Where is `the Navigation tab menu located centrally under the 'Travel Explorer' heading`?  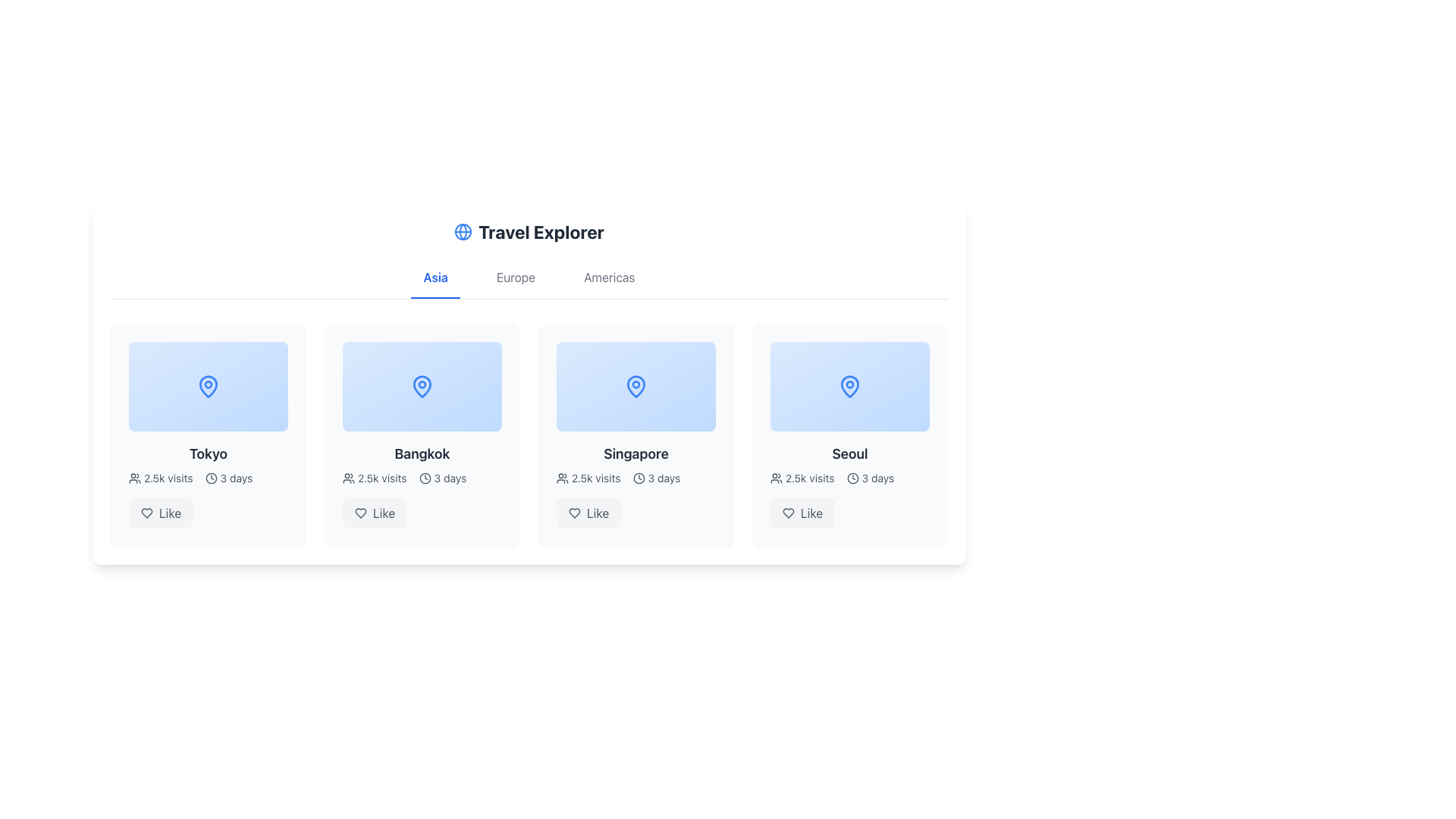
the Navigation tab menu located centrally under the 'Travel Explorer' heading is located at coordinates (529, 284).